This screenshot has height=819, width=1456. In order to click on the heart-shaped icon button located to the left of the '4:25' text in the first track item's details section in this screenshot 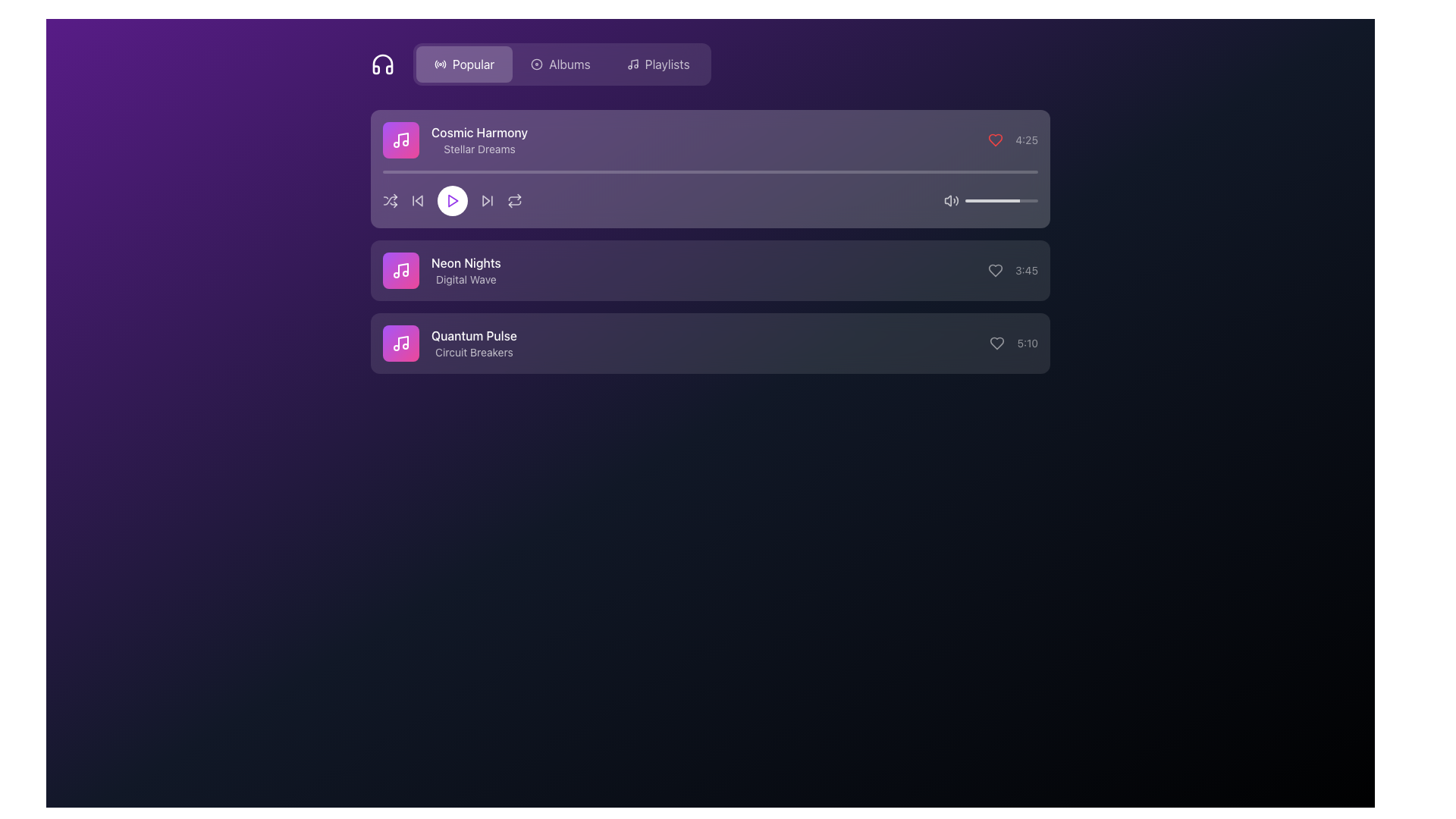, I will do `click(996, 140)`.